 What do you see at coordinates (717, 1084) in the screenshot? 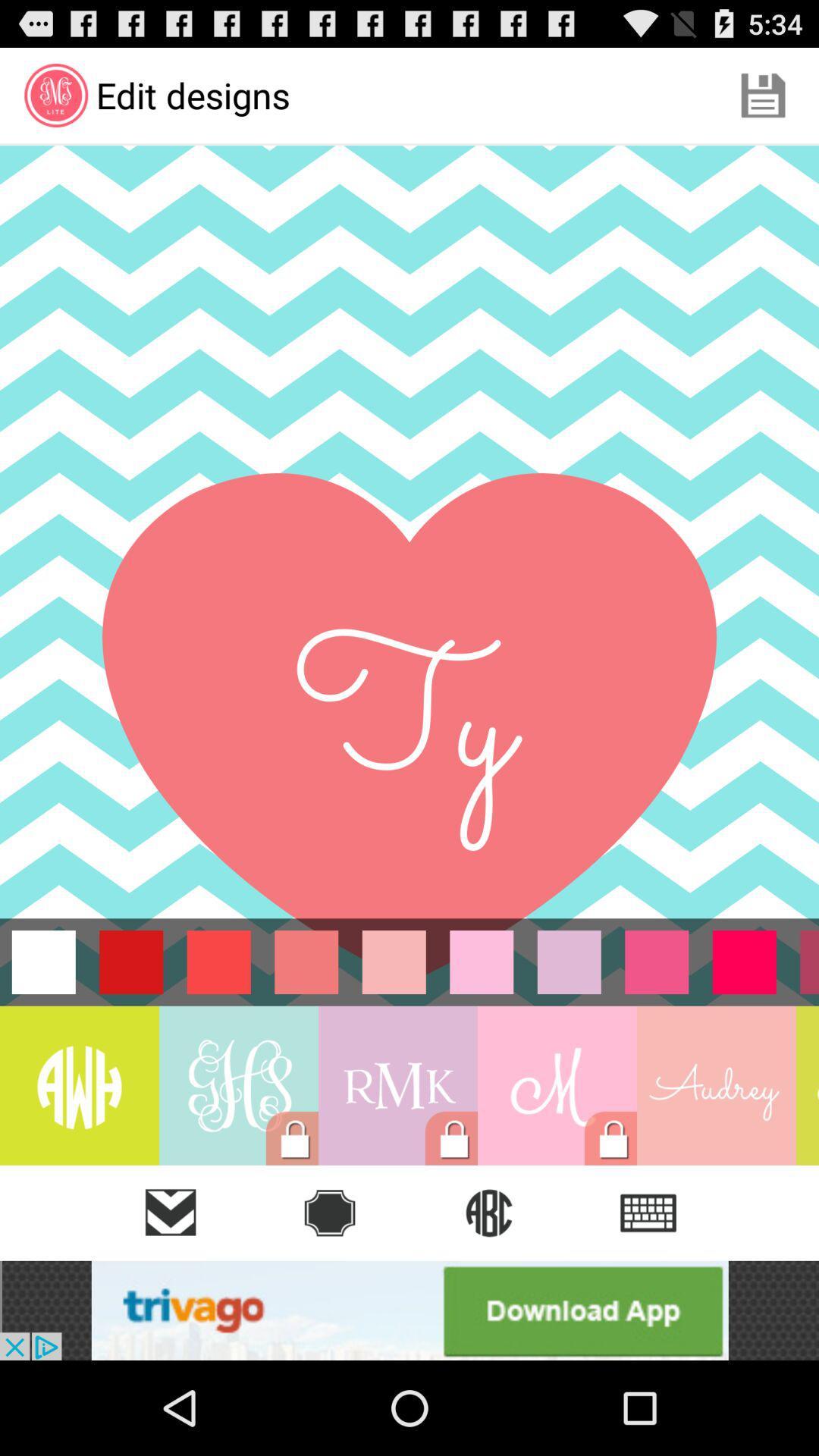
I see `audrey` at bounding box center [717, 1084].